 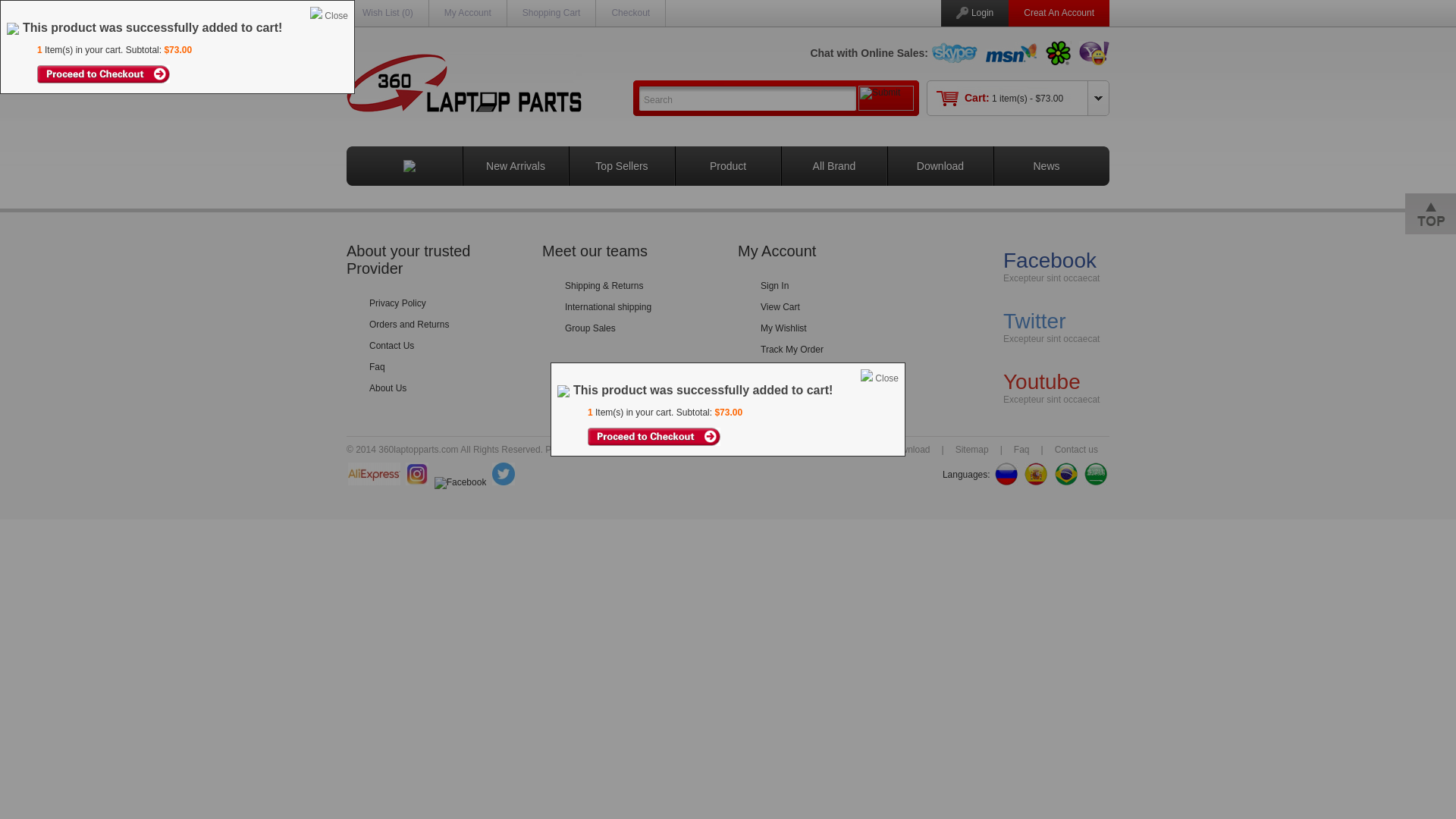 What do you see at coordinates (362, 12) in the screenshot?
I see `'Wish List (0)'` at bounding box center [362, 12].